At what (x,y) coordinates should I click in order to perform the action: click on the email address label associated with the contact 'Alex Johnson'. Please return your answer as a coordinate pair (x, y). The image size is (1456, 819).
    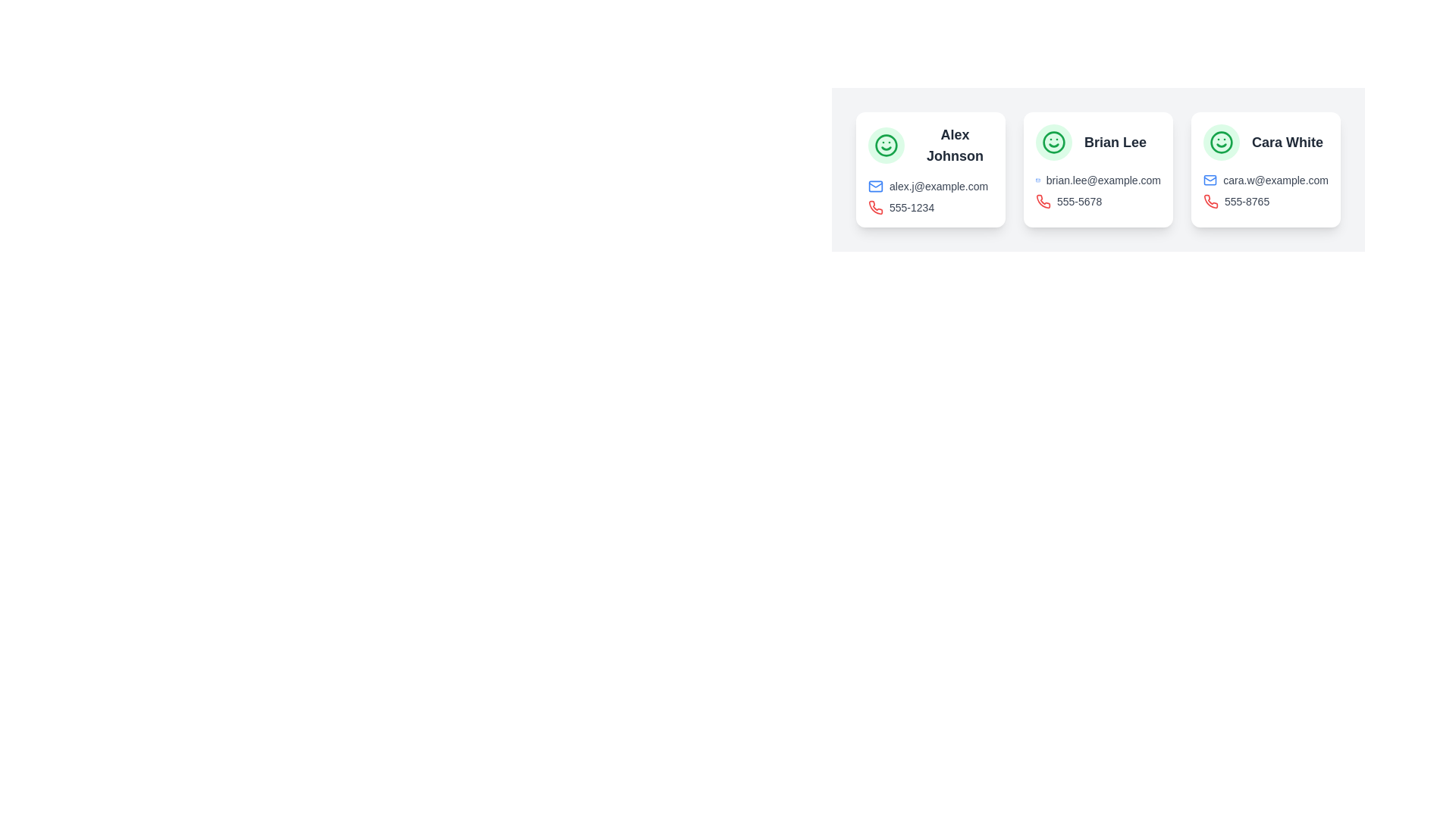
    Looking at the image, I should click on (938, 186).